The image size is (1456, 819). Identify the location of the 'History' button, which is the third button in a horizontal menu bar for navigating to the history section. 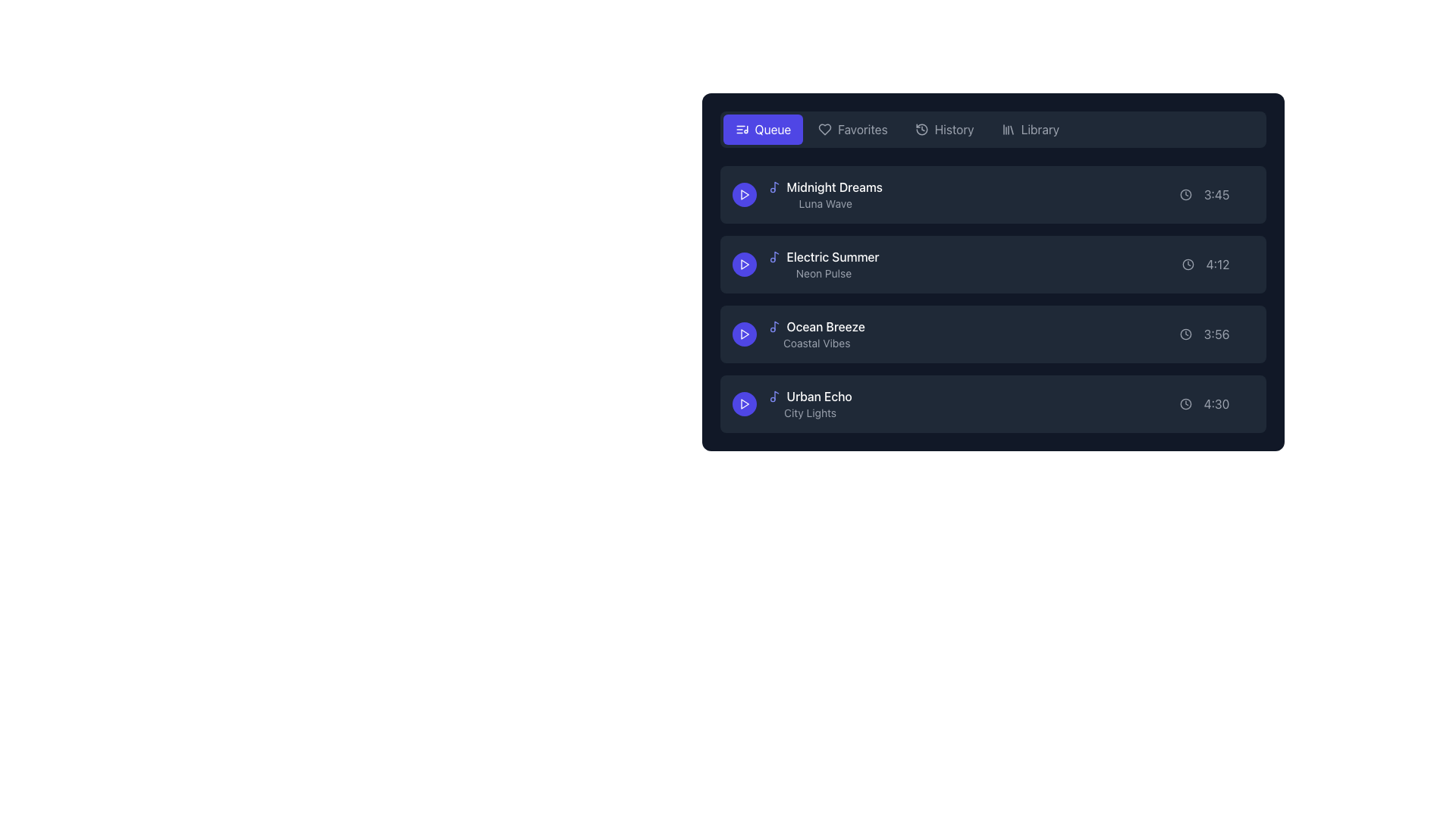
(943, 128).